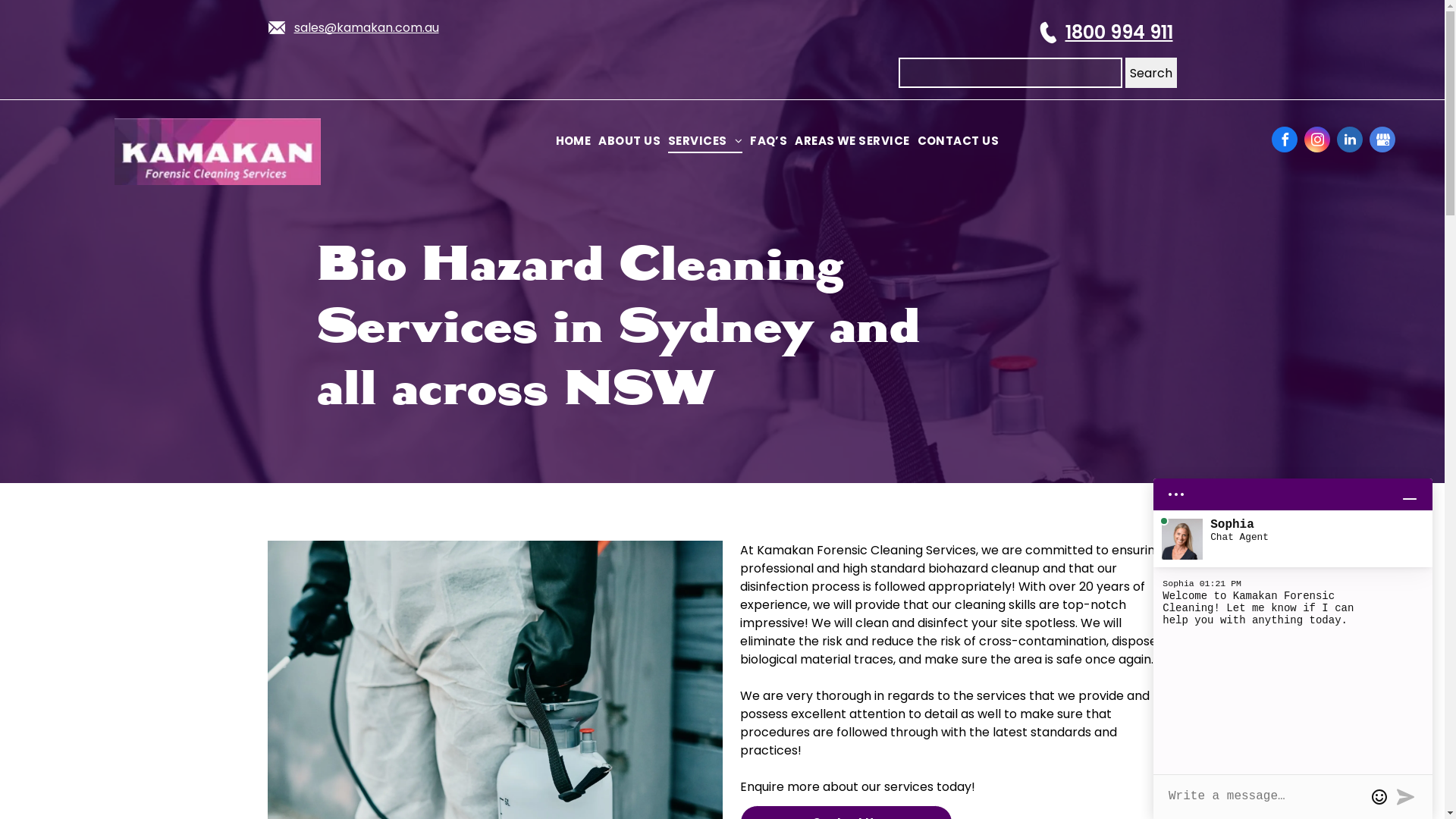  What do you see at coordinates (704, 141) in the screenshot?
I see `'SERVICES'` at bounding box center [704, 141].